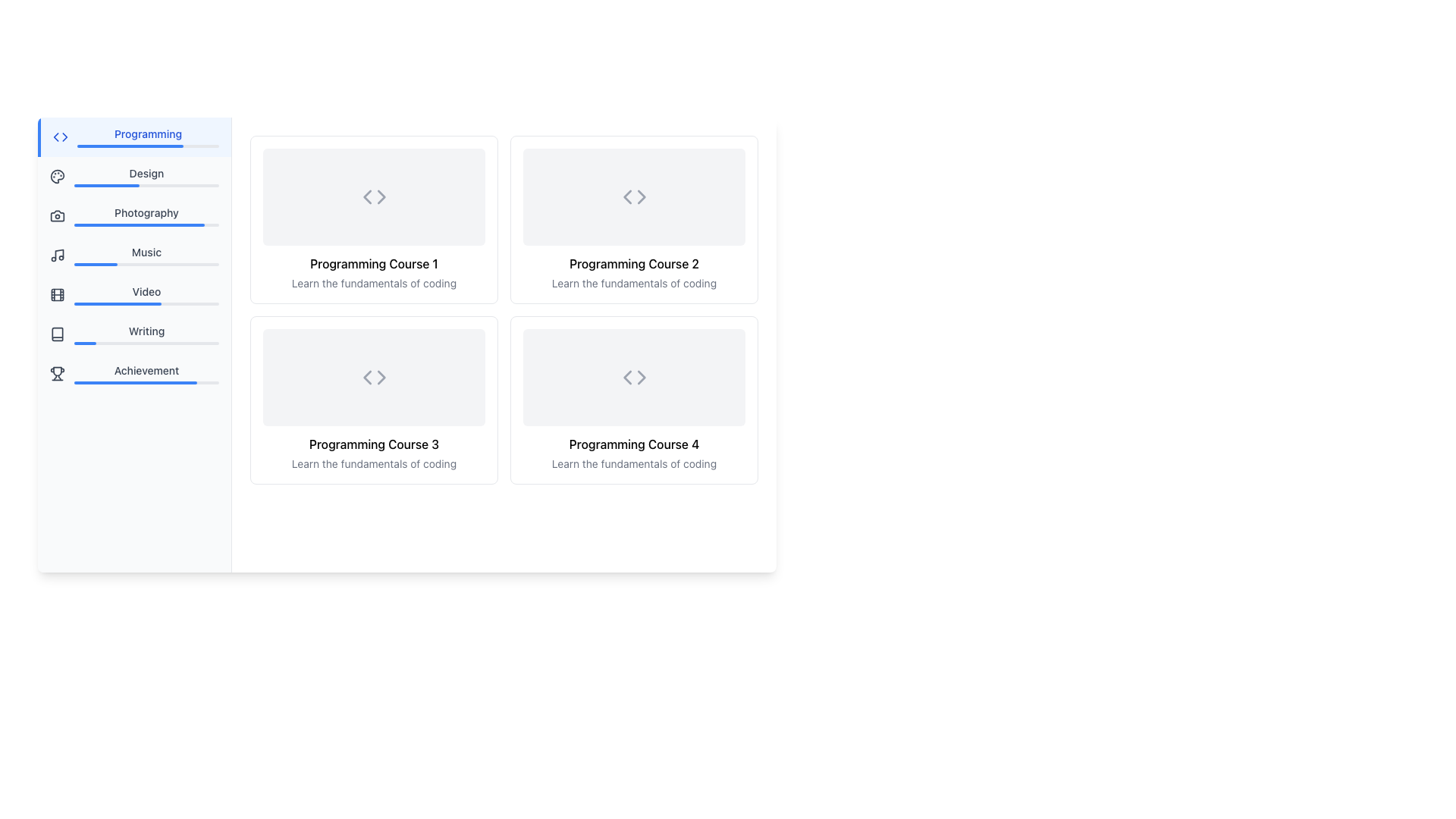 The width and height of the screenshot is (1456, 819). Describe the element at coordinates (135, 304) in the screenshot. I see `the progress bar` at that location.